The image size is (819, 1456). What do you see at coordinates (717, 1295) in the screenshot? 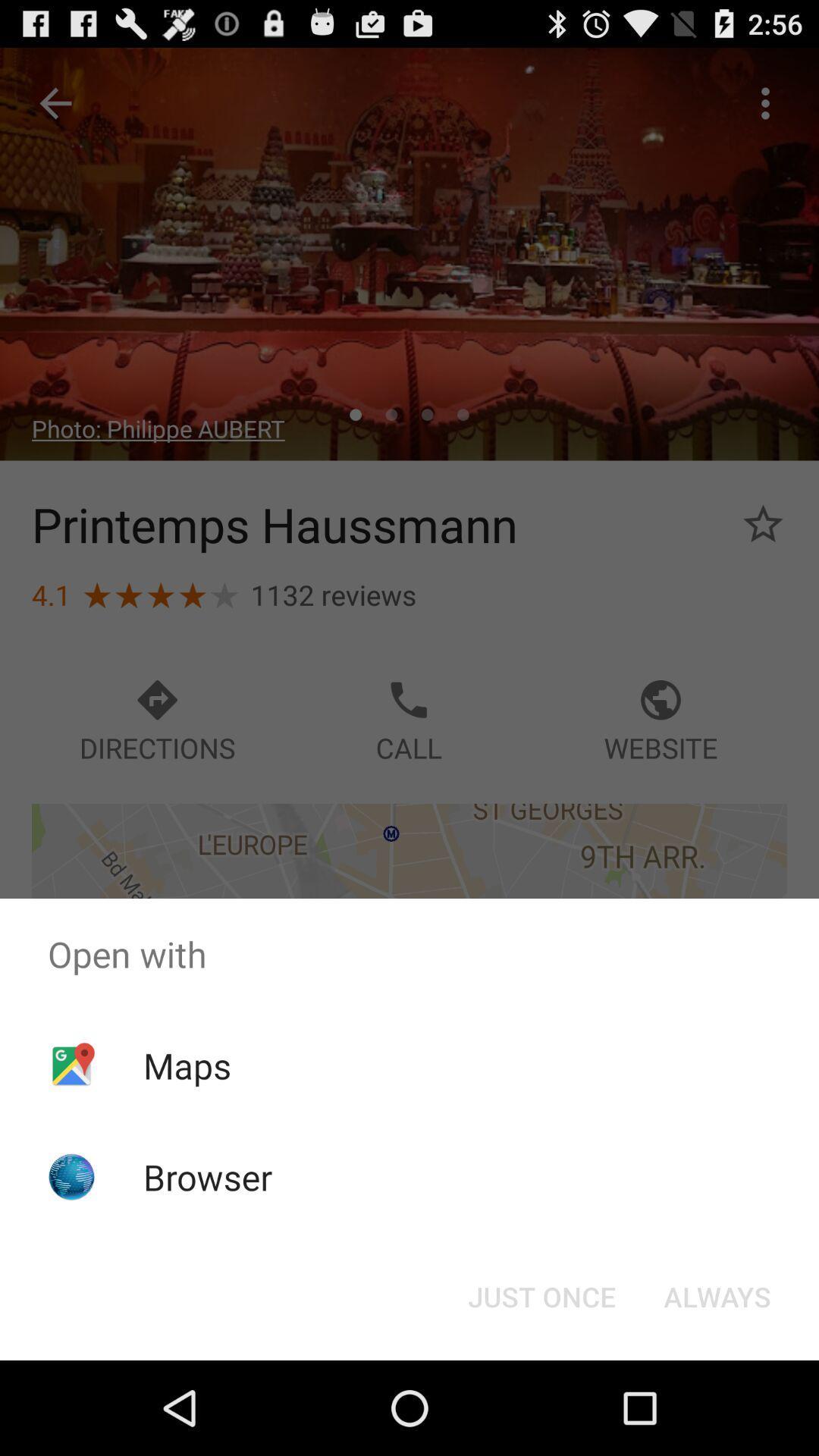
I see `the button next to the just once item` at bounding box center [717, 1295].